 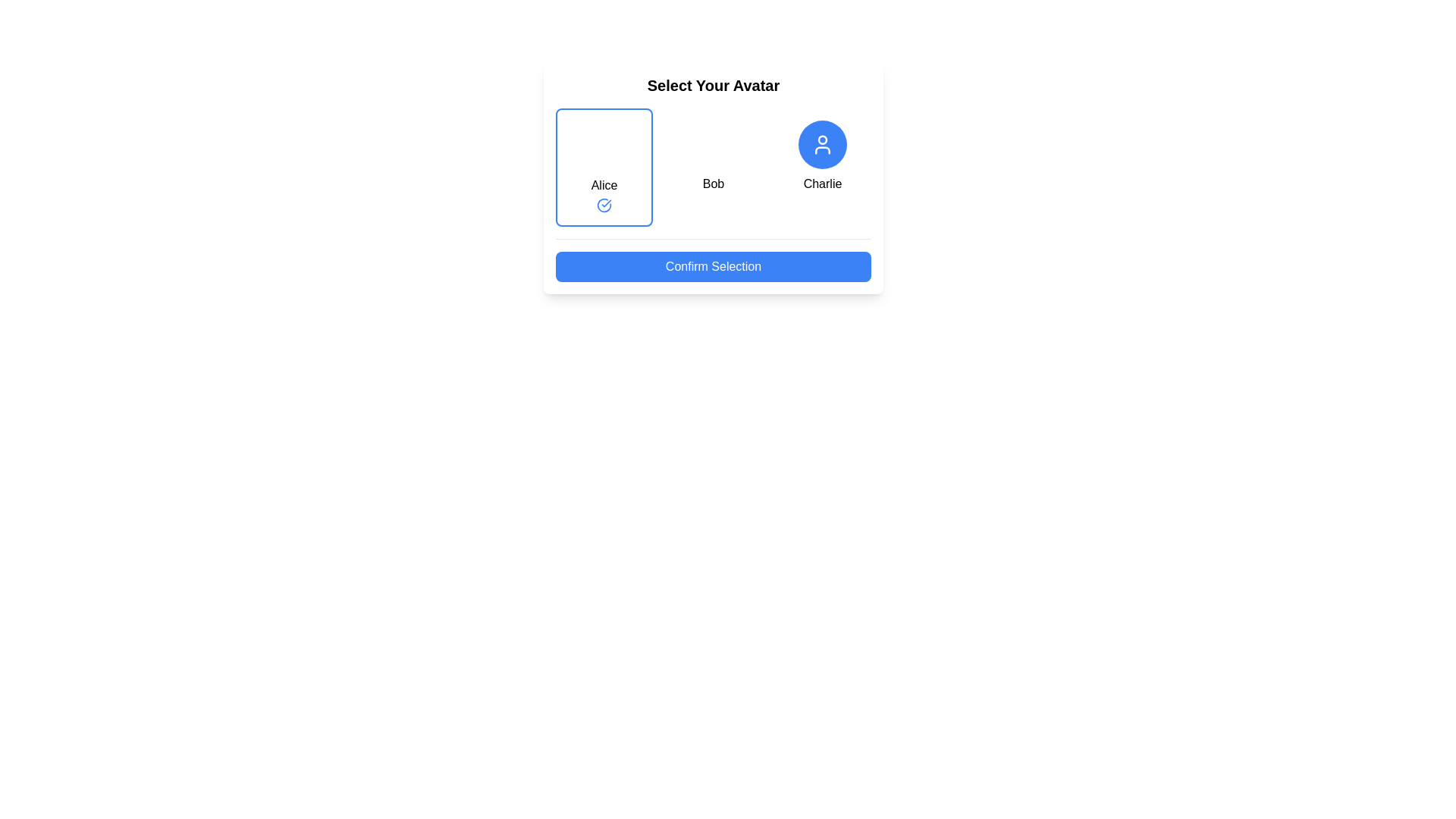 I want to click on the avatar selection button representing 'Charlie', so click(x=821, y=145).